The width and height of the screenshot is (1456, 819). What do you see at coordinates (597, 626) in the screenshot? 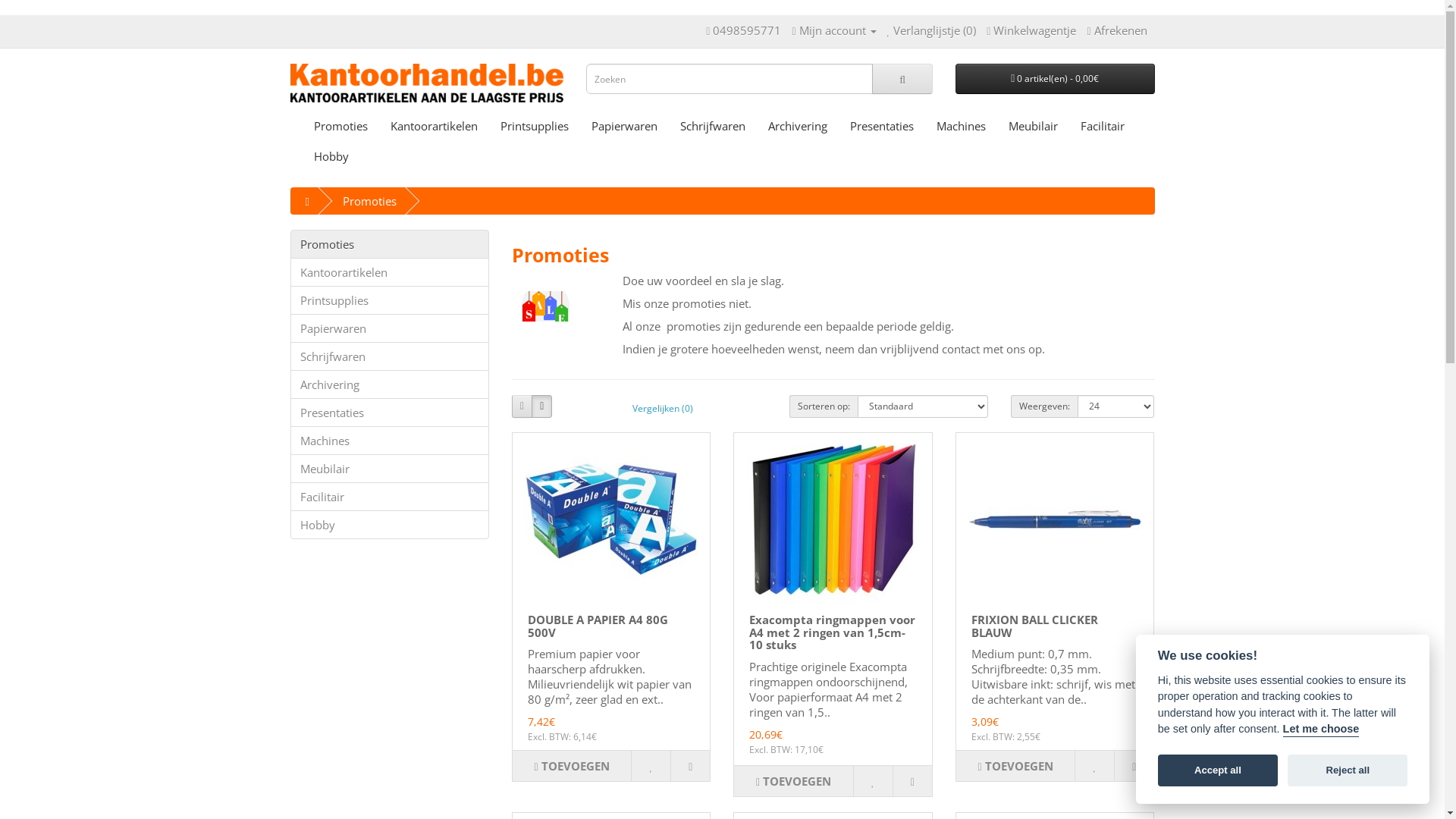
I see `'DOUBLE A PAPIER A4 80G 500V'` at bounding box center [597, 626].